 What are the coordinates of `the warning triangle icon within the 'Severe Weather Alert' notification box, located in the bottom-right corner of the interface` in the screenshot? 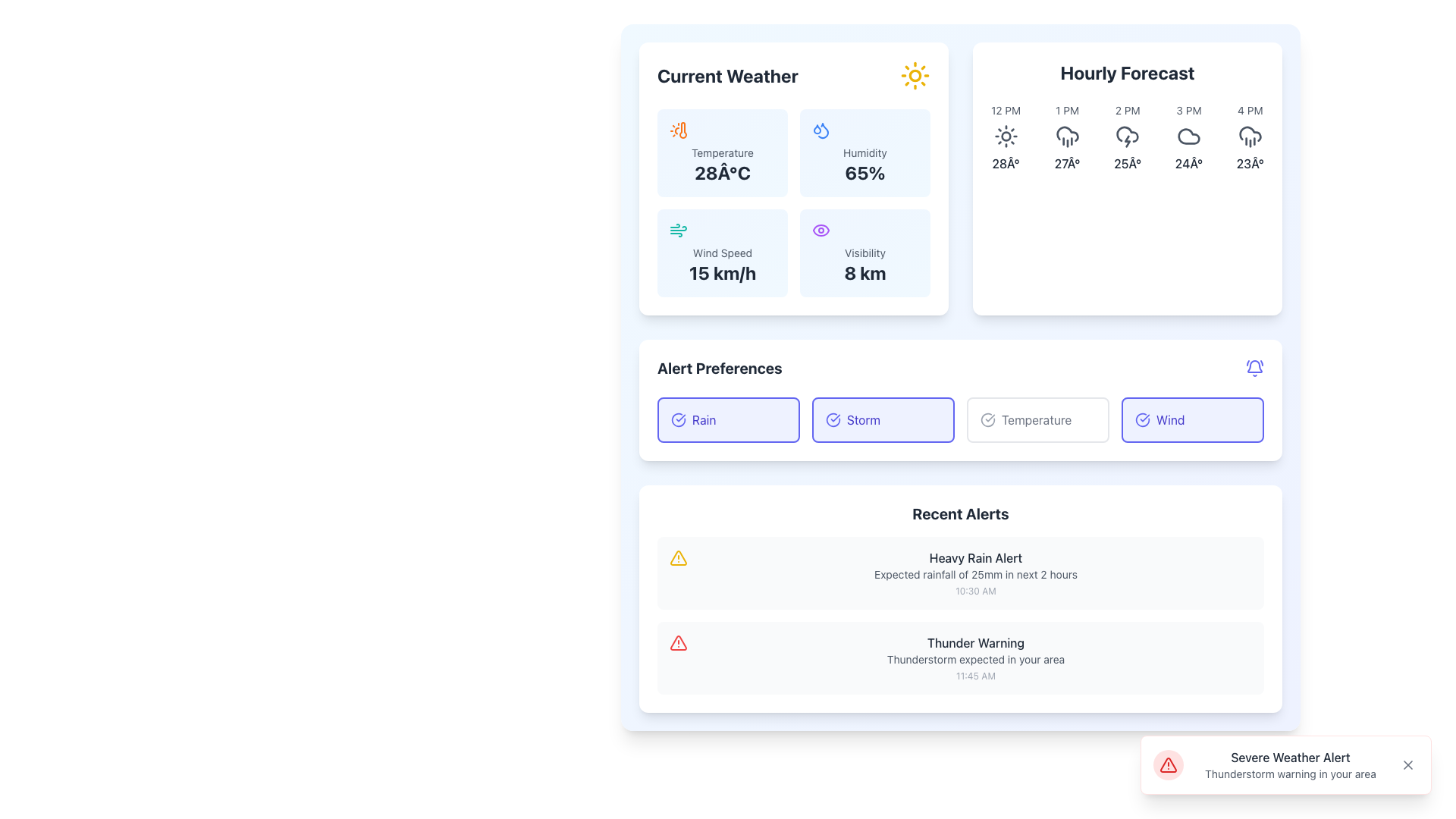 It's located at (1167, 765).